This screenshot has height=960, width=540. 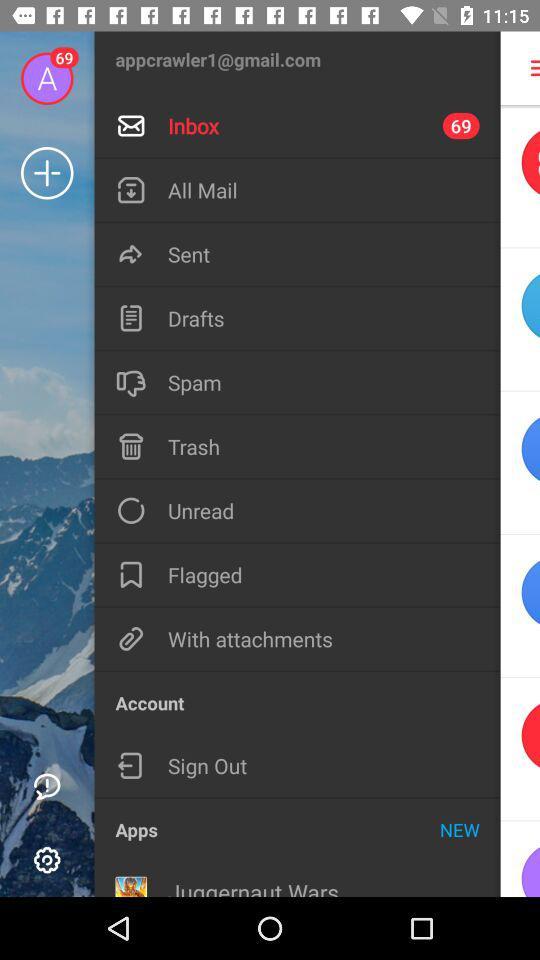 I want to click on the arrow_backward icon, so click(x=520, y=175).